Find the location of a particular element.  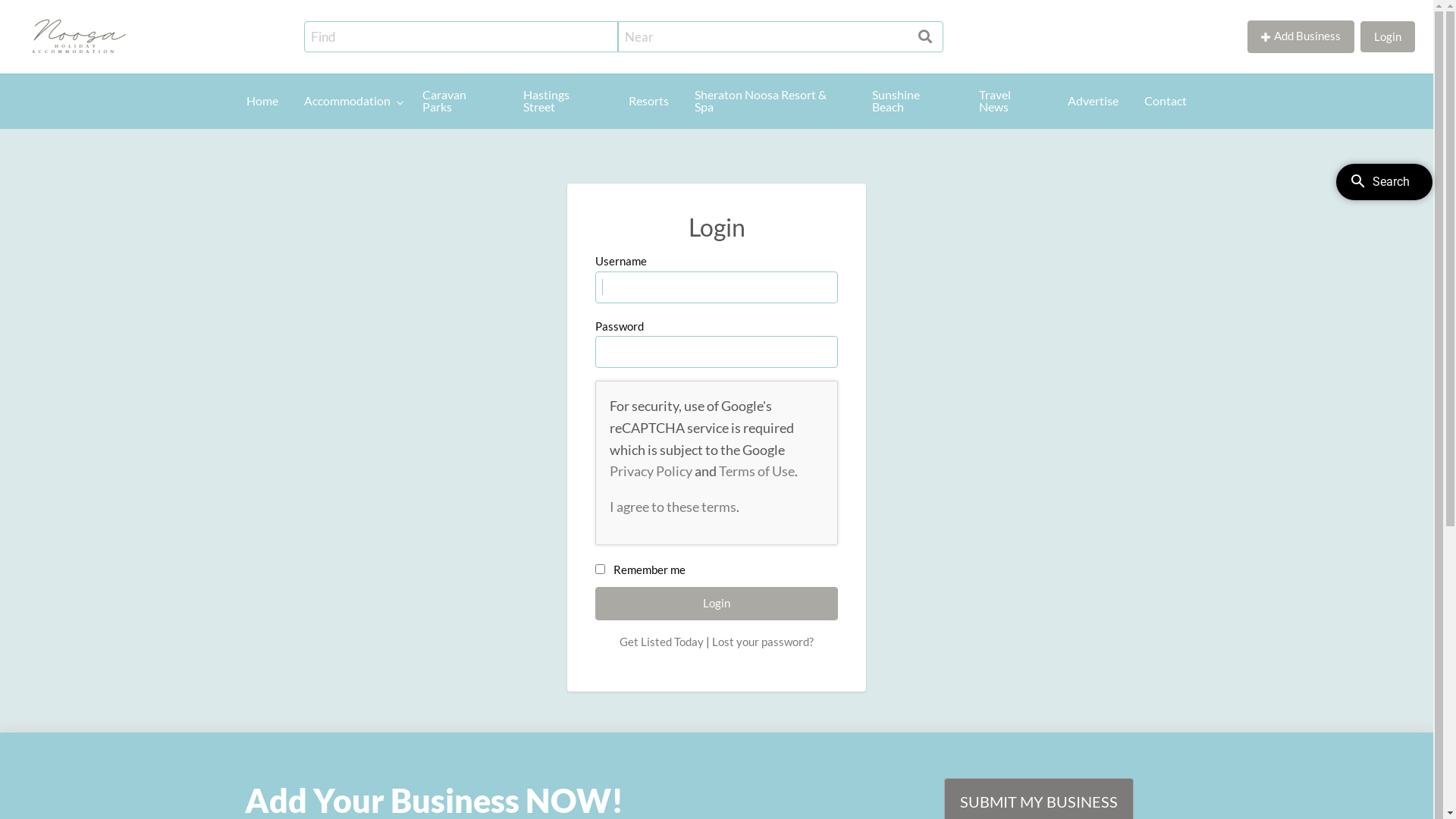

'Sunshine Beach' is located at coordinates (858, 101).